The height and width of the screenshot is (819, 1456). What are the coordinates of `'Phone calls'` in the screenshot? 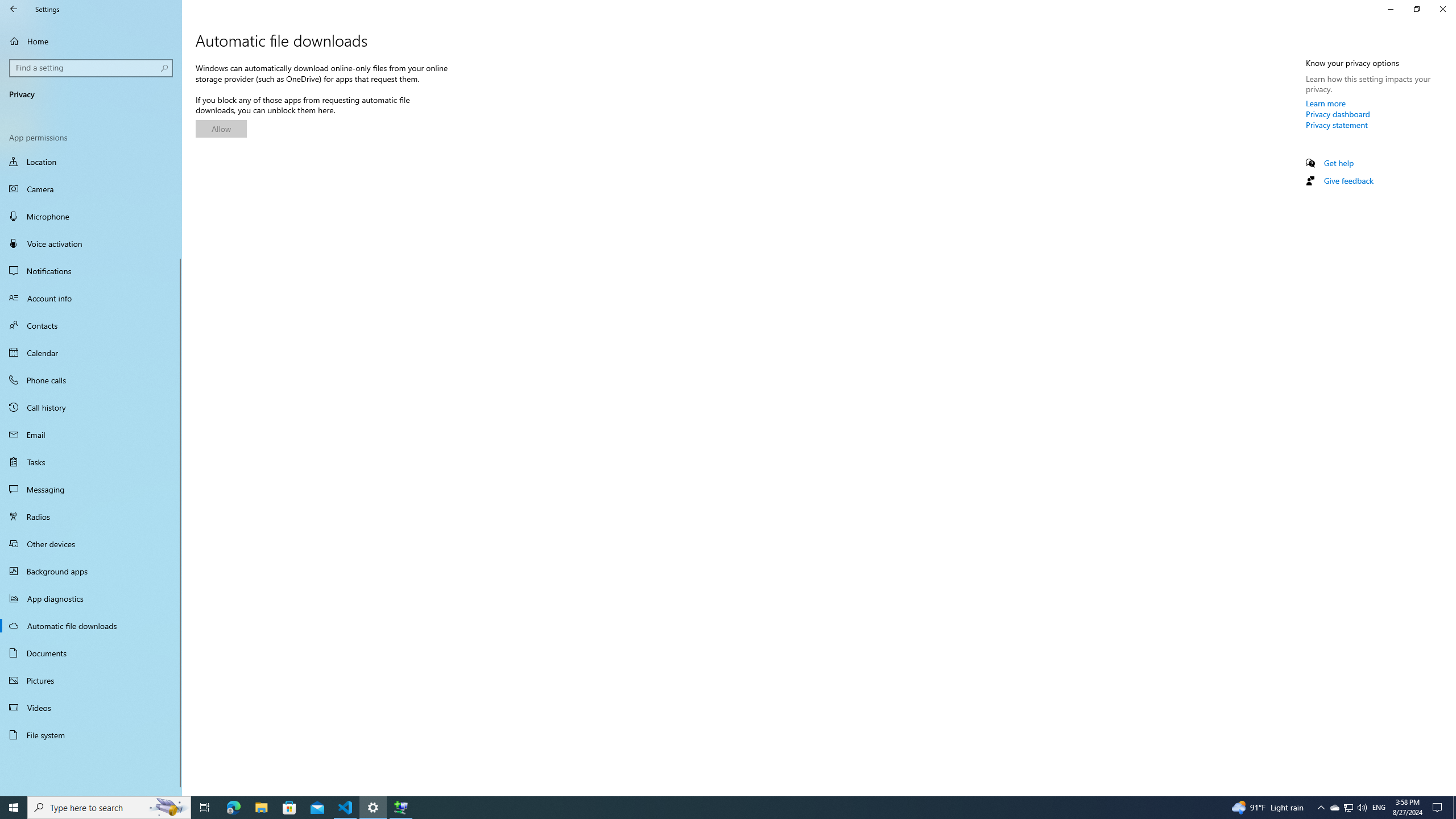 It's located at (90, 379).